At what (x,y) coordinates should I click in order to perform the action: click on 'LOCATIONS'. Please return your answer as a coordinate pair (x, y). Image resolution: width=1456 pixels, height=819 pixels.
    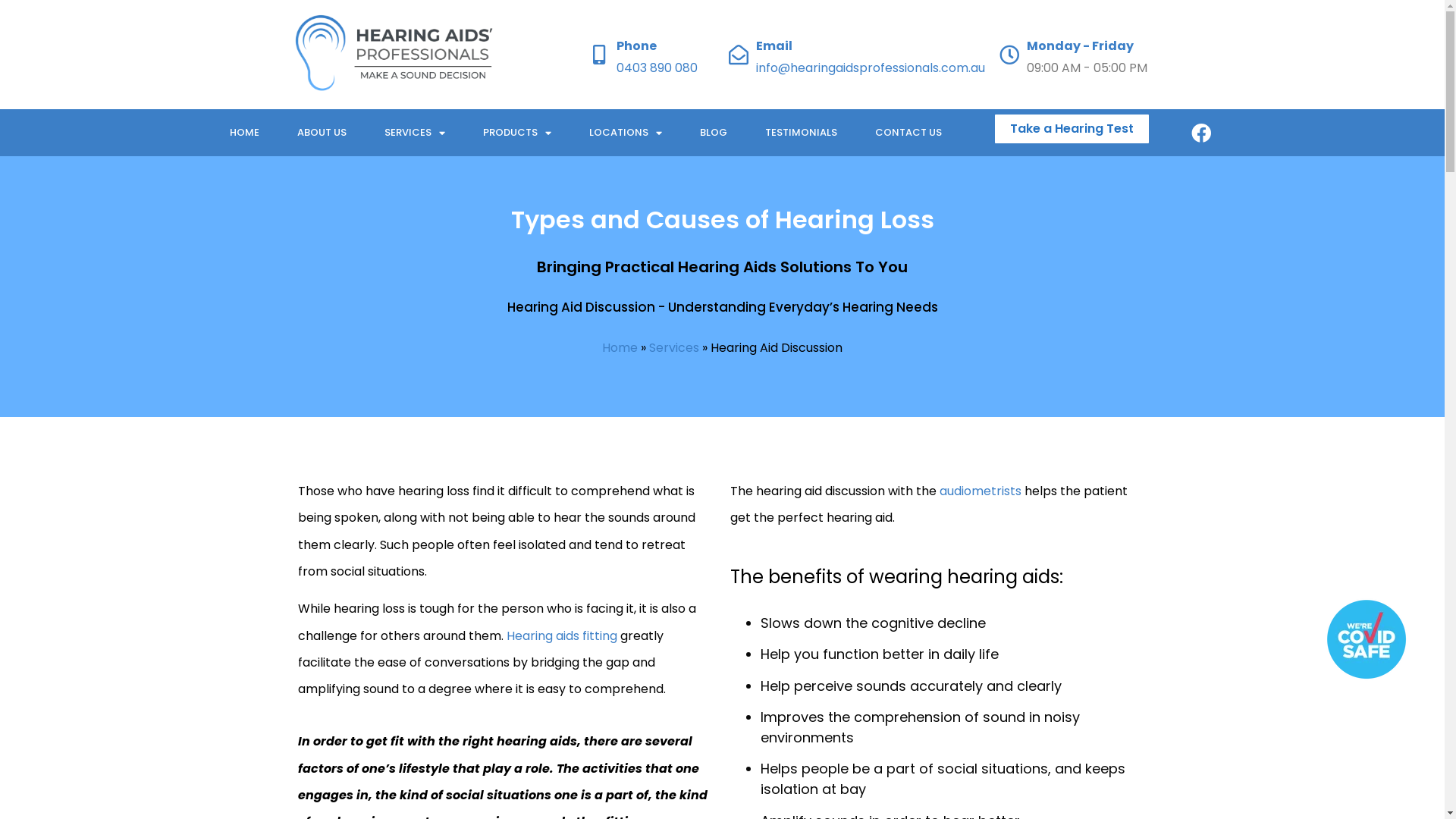
    Looking at the image, I should click on (626, 131).